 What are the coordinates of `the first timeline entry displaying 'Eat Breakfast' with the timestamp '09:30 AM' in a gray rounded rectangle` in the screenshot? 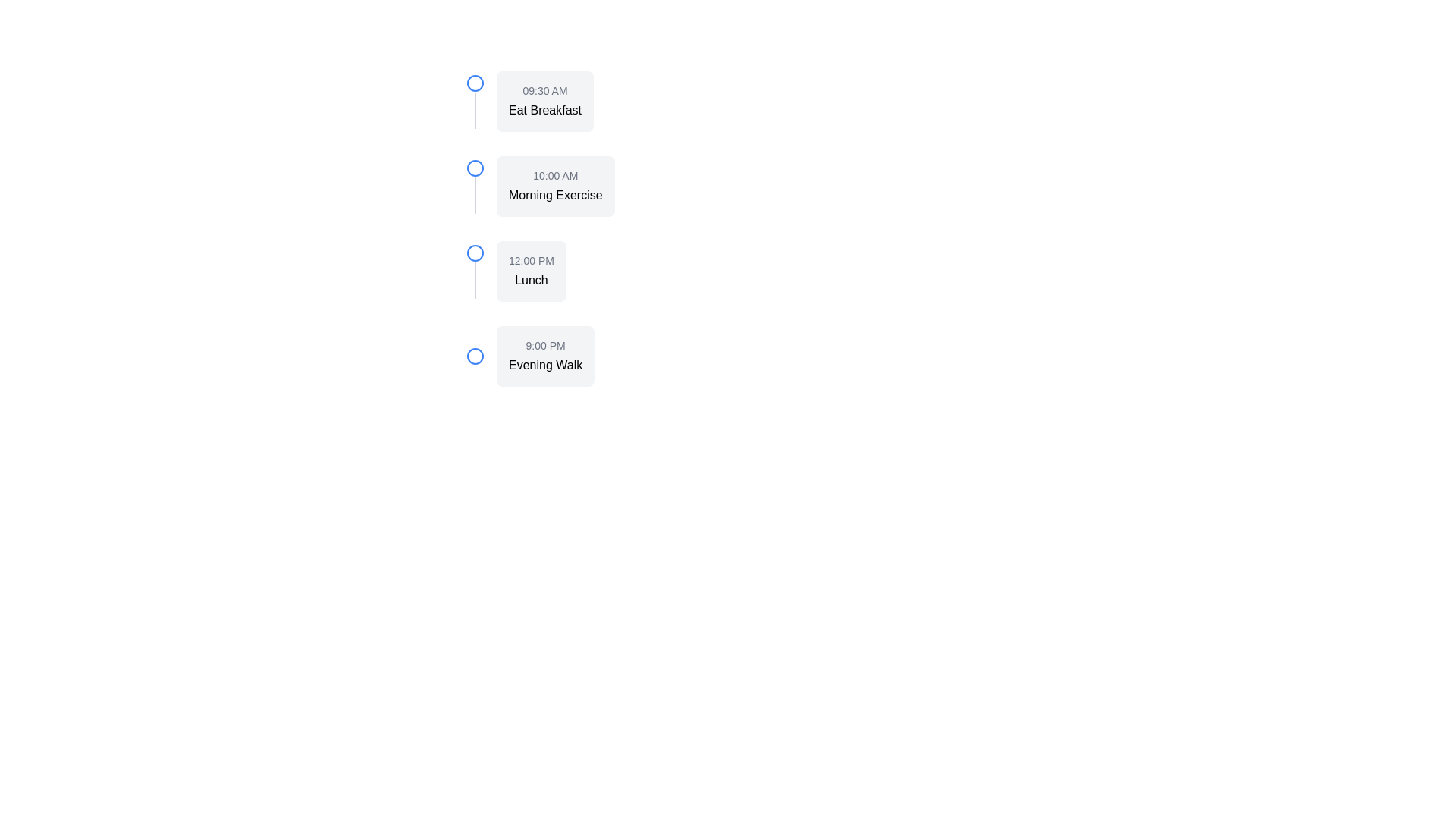 It's located at (623, 102).